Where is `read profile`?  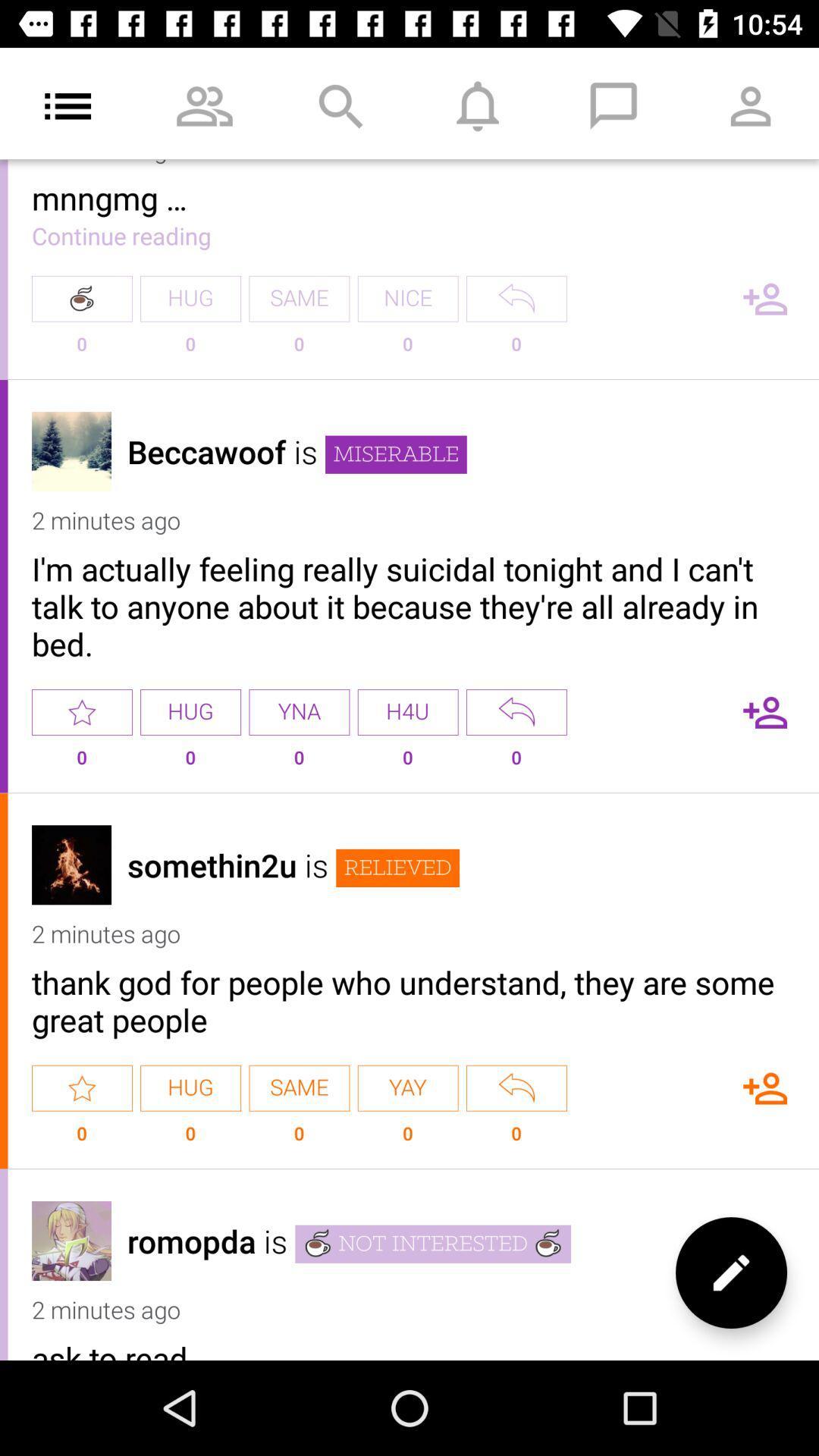 read profile is located at coordinates (71, 1241).